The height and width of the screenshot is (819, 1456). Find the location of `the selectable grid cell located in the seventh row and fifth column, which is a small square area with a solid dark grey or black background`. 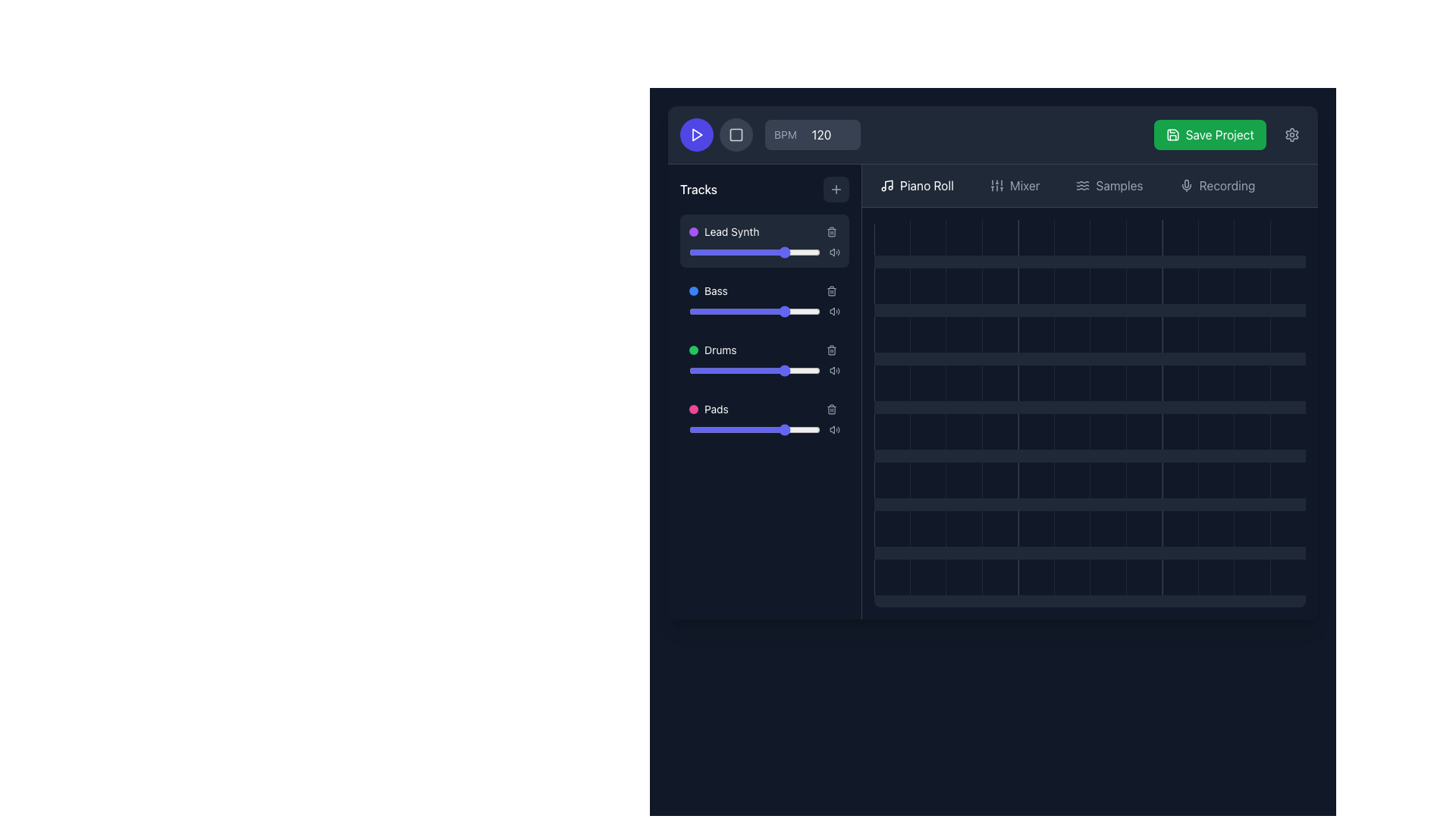

the selectable grid cell located in the seventh row and fifth column, which is a small square area with a solid dark grey or black background is located at coordinates (1252, 334).